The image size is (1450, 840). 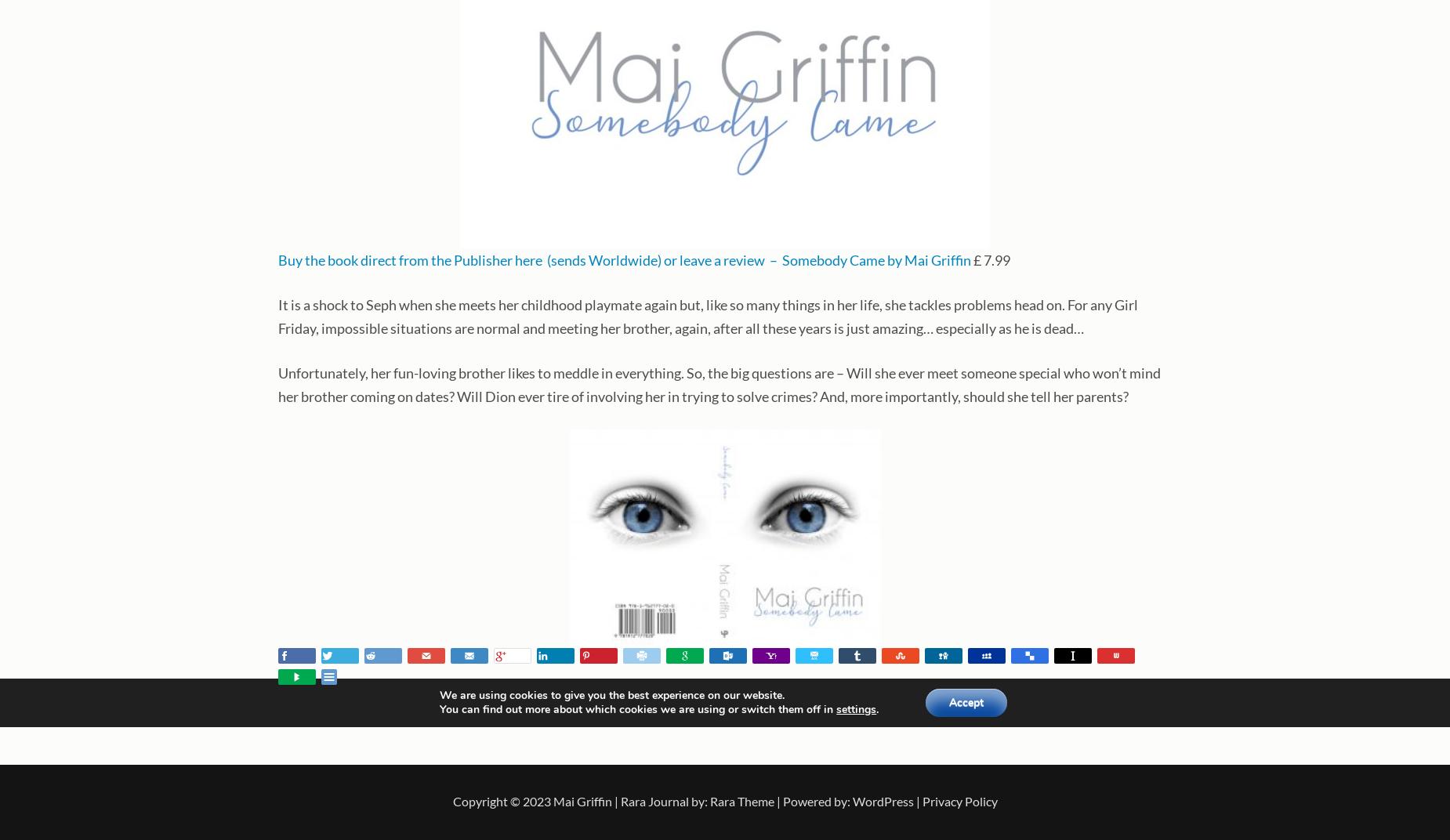 What do you see at coordinates (958, 801) in the screenshot?
I see `'Privacy Policy'` at bounding box center [958, 801].